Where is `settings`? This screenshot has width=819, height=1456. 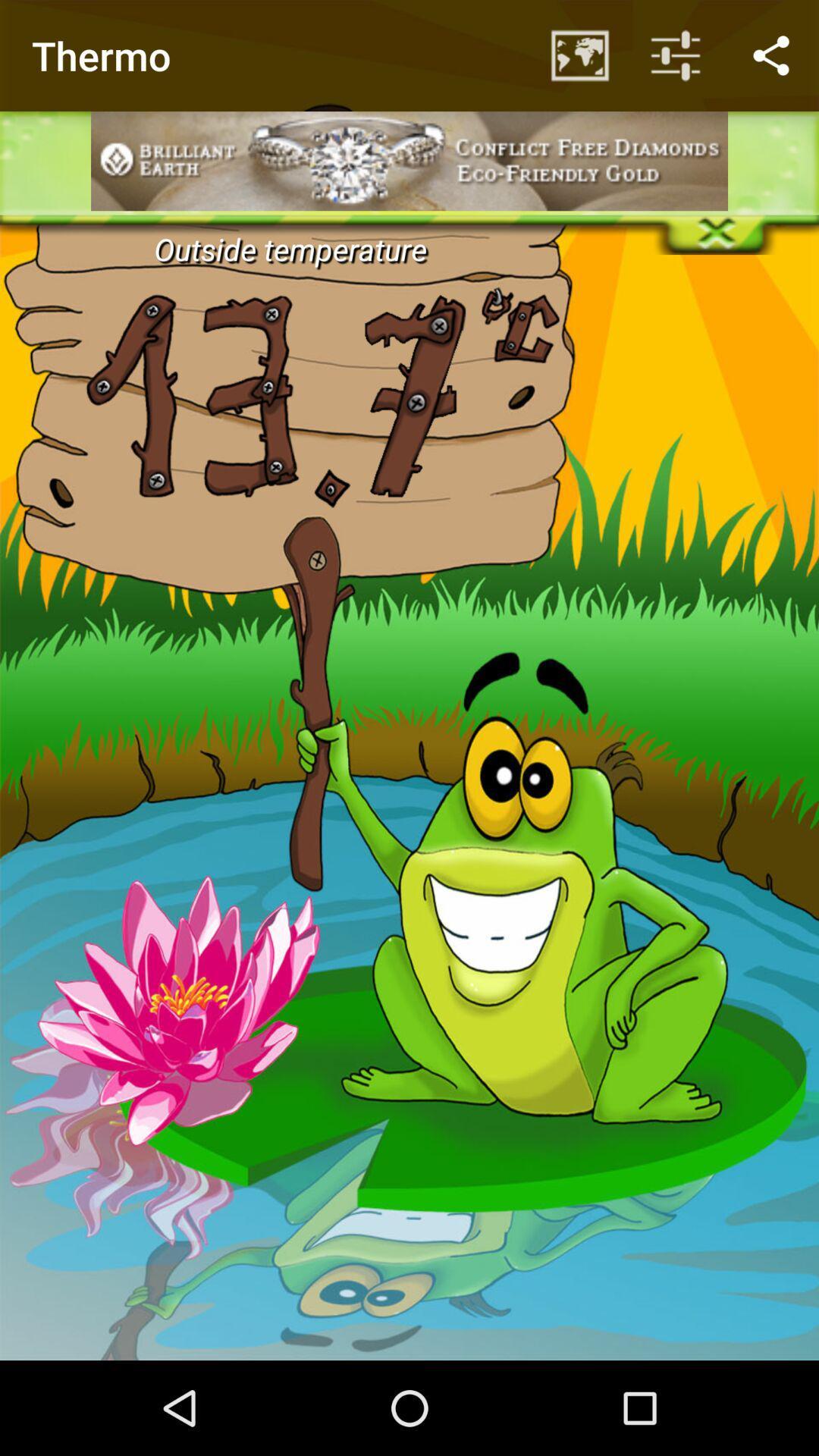
settings is located at coordinates (409, 49).